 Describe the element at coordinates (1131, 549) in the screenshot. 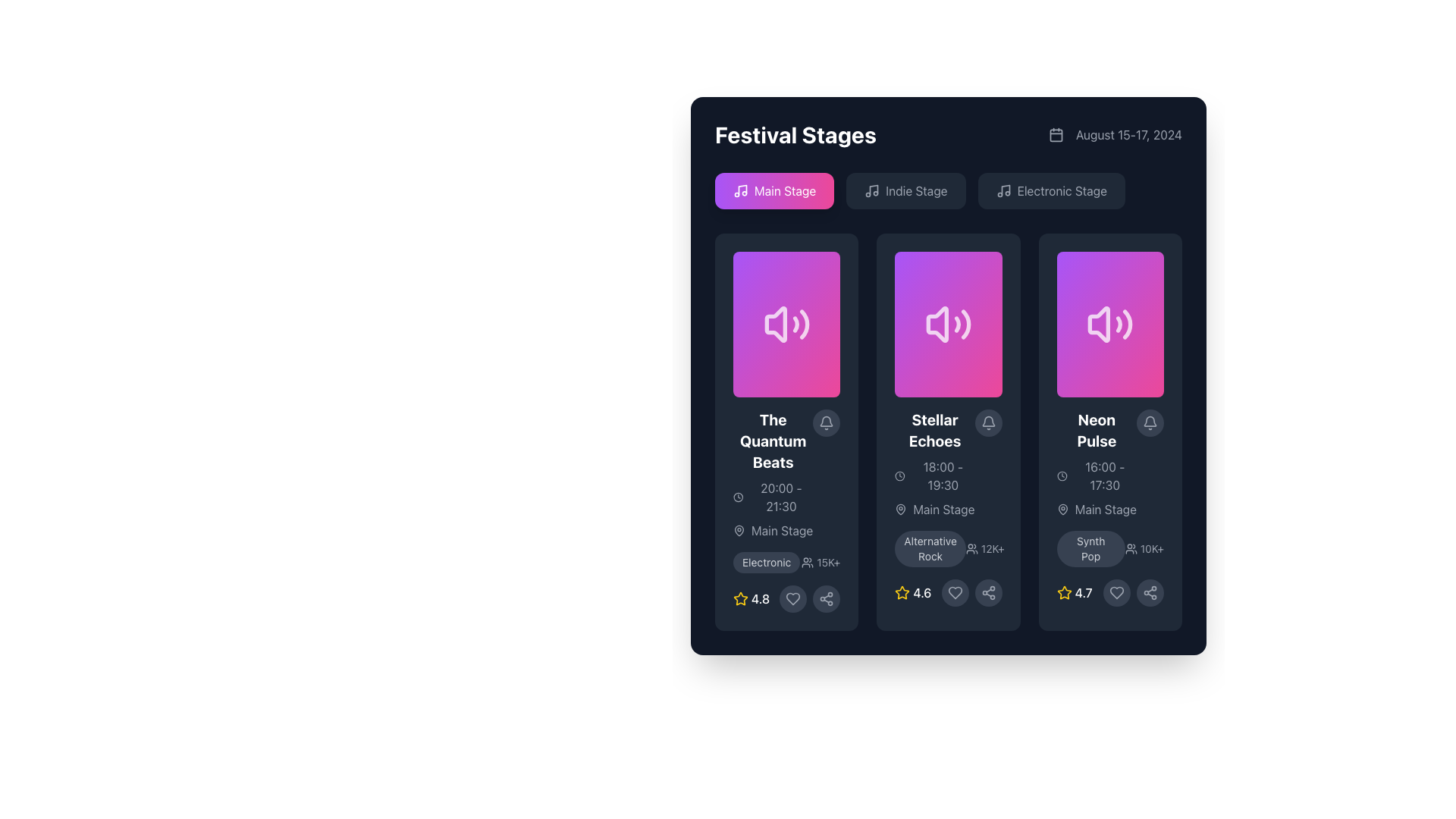

I see `the icon that represents the user count for the event 'Neon Pulse', located to the left of the text '10K+'` at that location.